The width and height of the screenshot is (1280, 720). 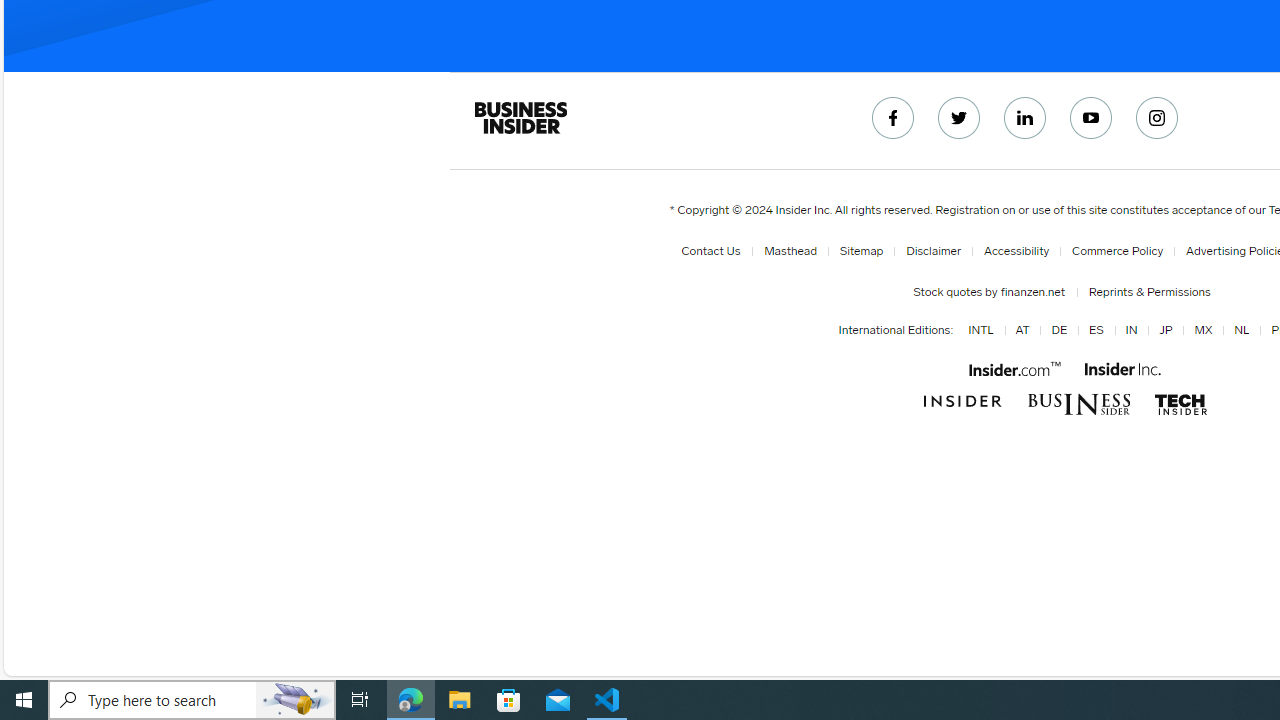 I want to click on 'Insider.com TM Logo', so click(x=1014, y=368).